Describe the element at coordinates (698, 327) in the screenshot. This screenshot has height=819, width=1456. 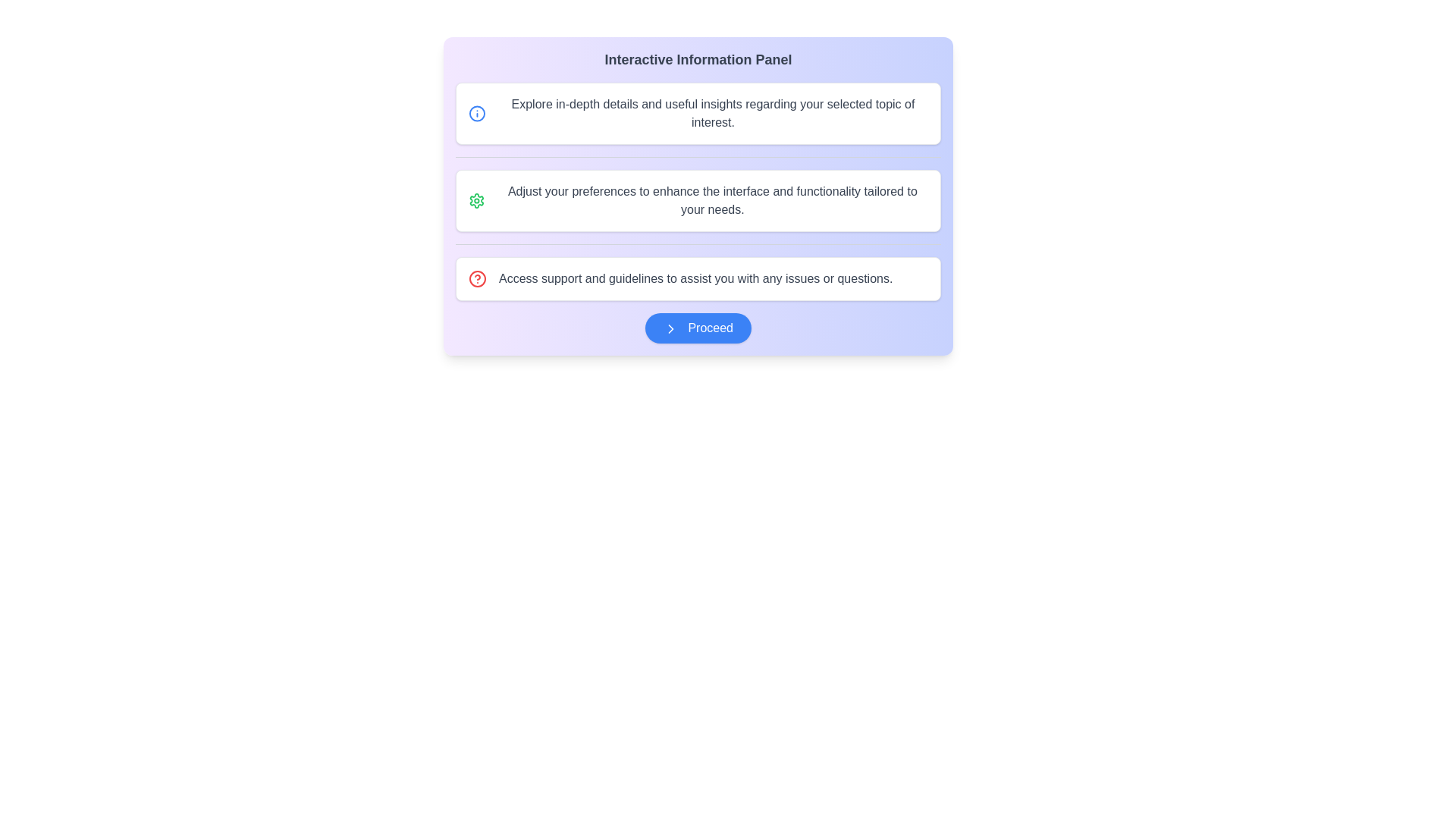
I see `the confirmation button located at the bottom-center section of the panel` at that location.